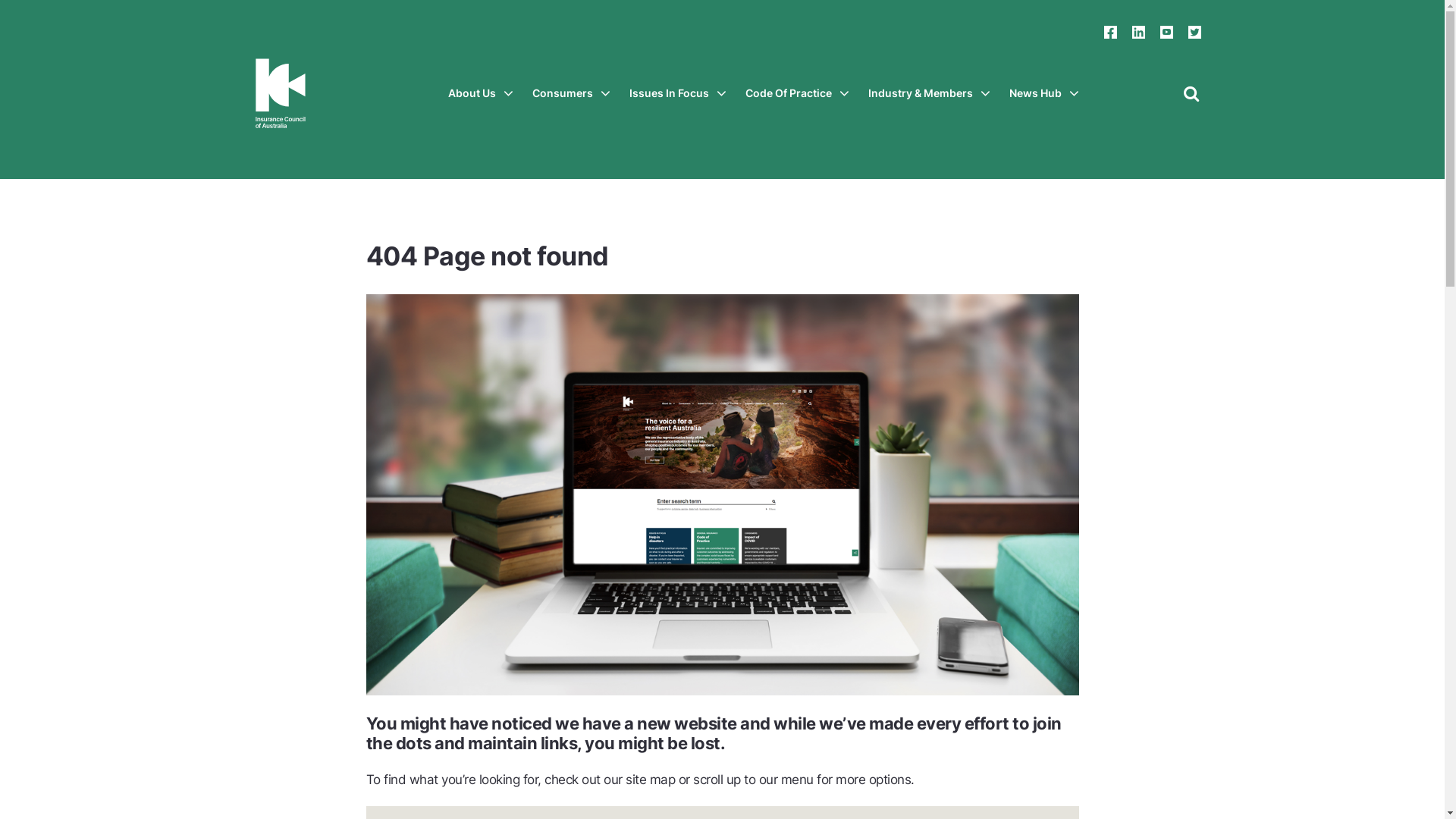  Describe the element at coordinates (676, 93) in the screenshot. I see `'Issues In Focus'` at that location.